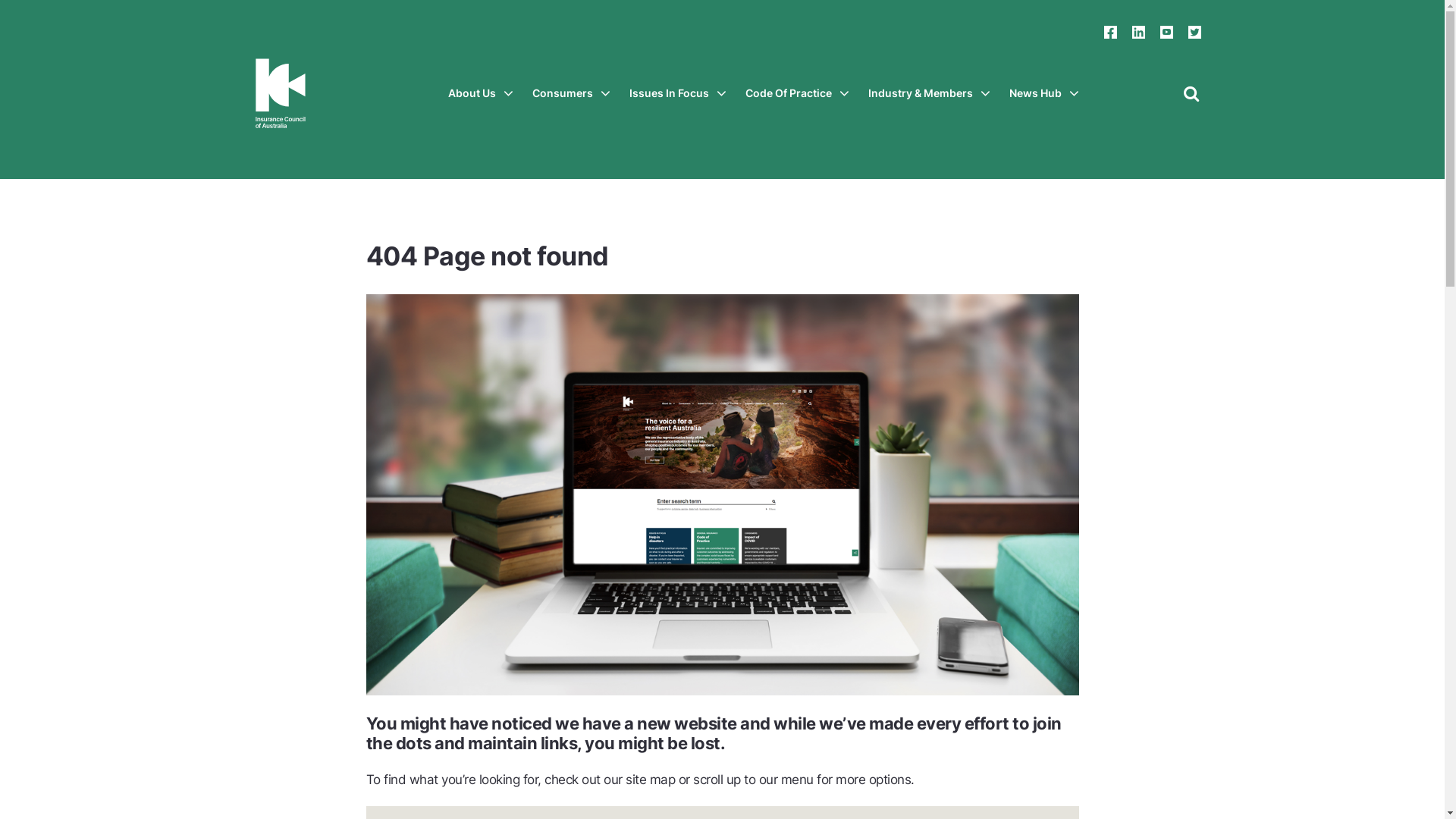  Describe the element at coordinates (676, 93) in the screenshot. I see `'Issues In Focus'` at that location.